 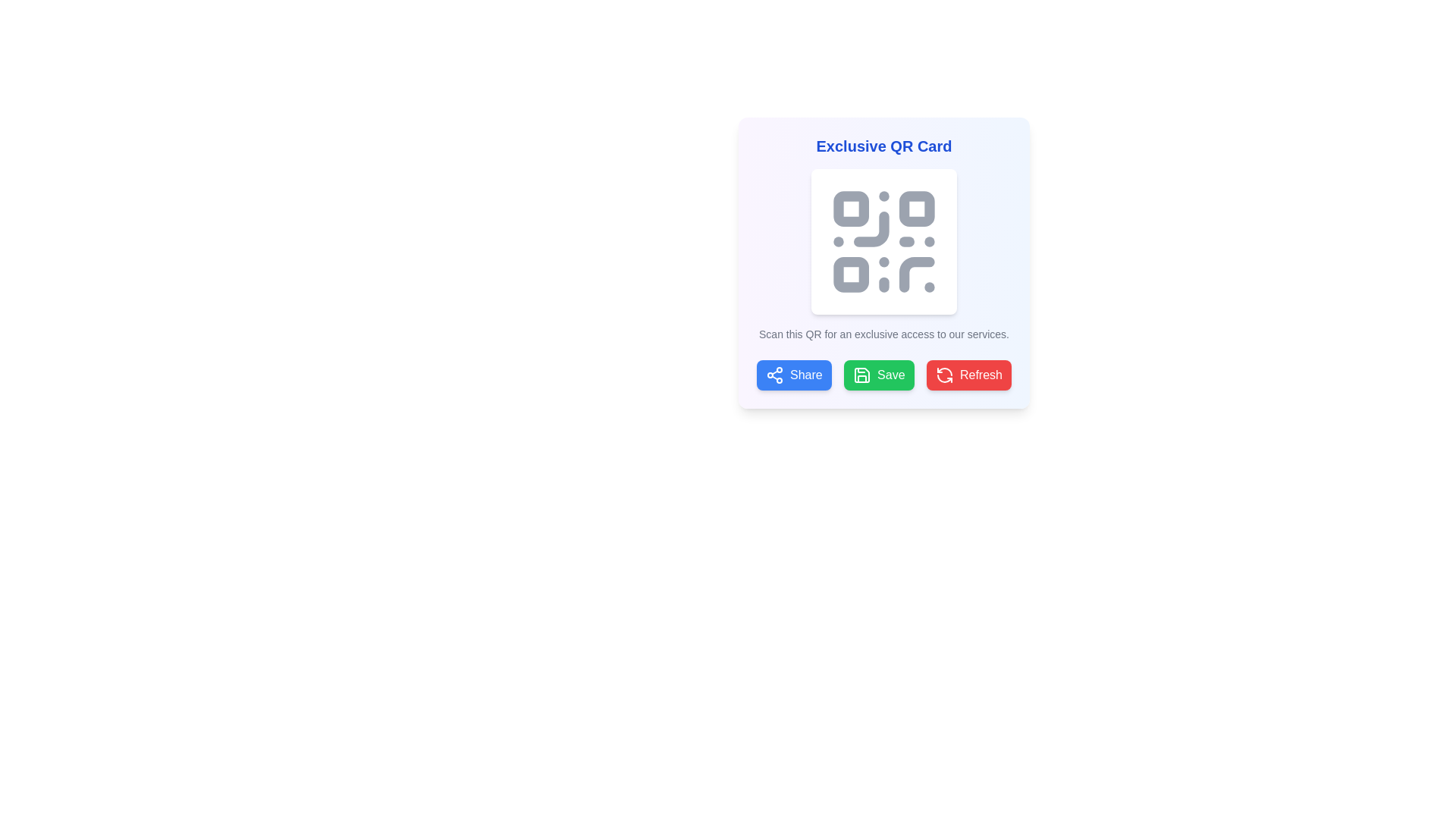 What do you see at coordinates (862, 375) in the screenshot?
I see `the save Icon button, which is the second button from the left in a row of action buttons, to trigger the tooltip display` at bounding box center [862, 375].